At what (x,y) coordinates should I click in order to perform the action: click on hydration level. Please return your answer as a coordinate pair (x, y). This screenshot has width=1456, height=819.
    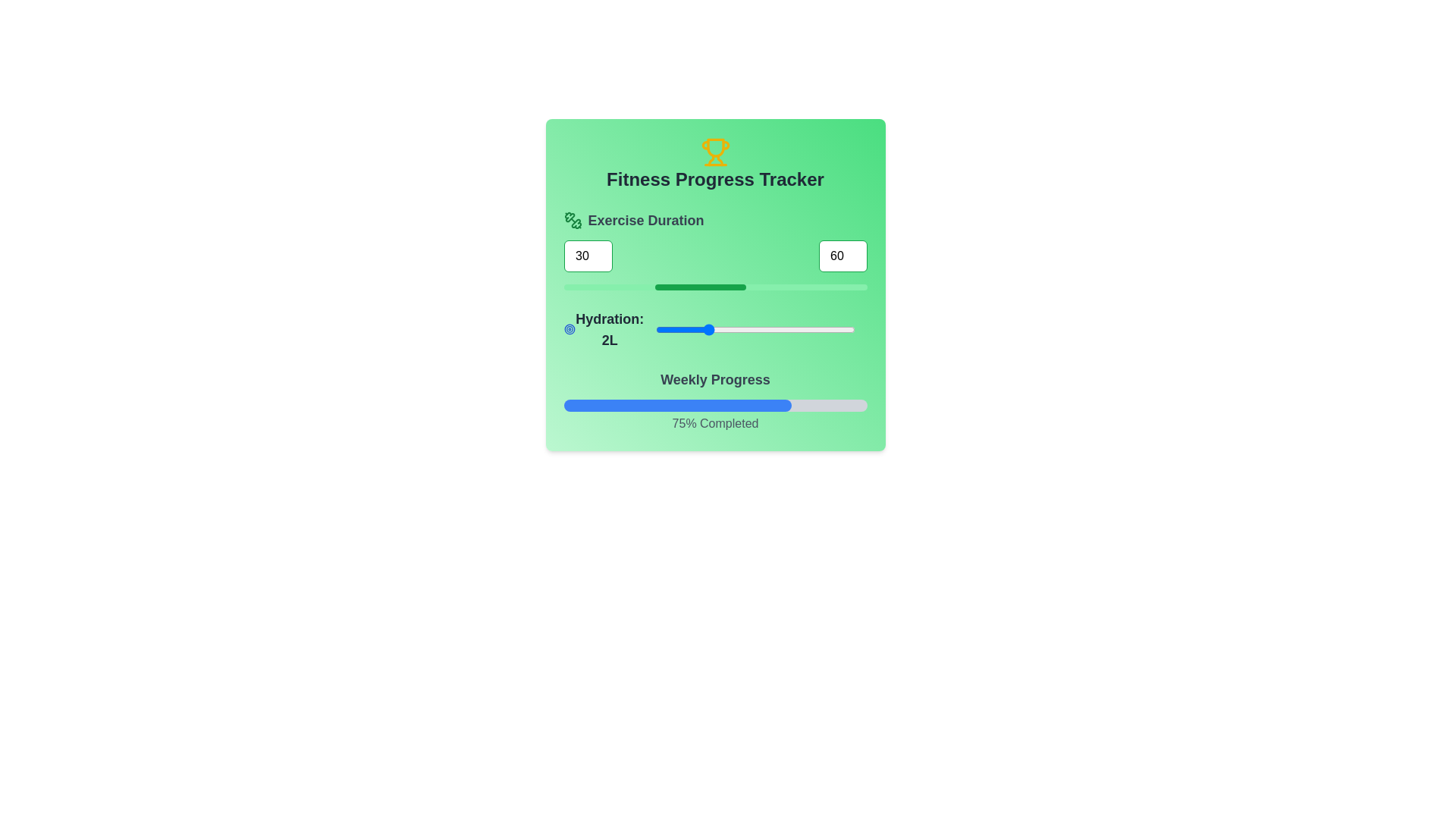
    Looking at the image, I should click on (804, 329).